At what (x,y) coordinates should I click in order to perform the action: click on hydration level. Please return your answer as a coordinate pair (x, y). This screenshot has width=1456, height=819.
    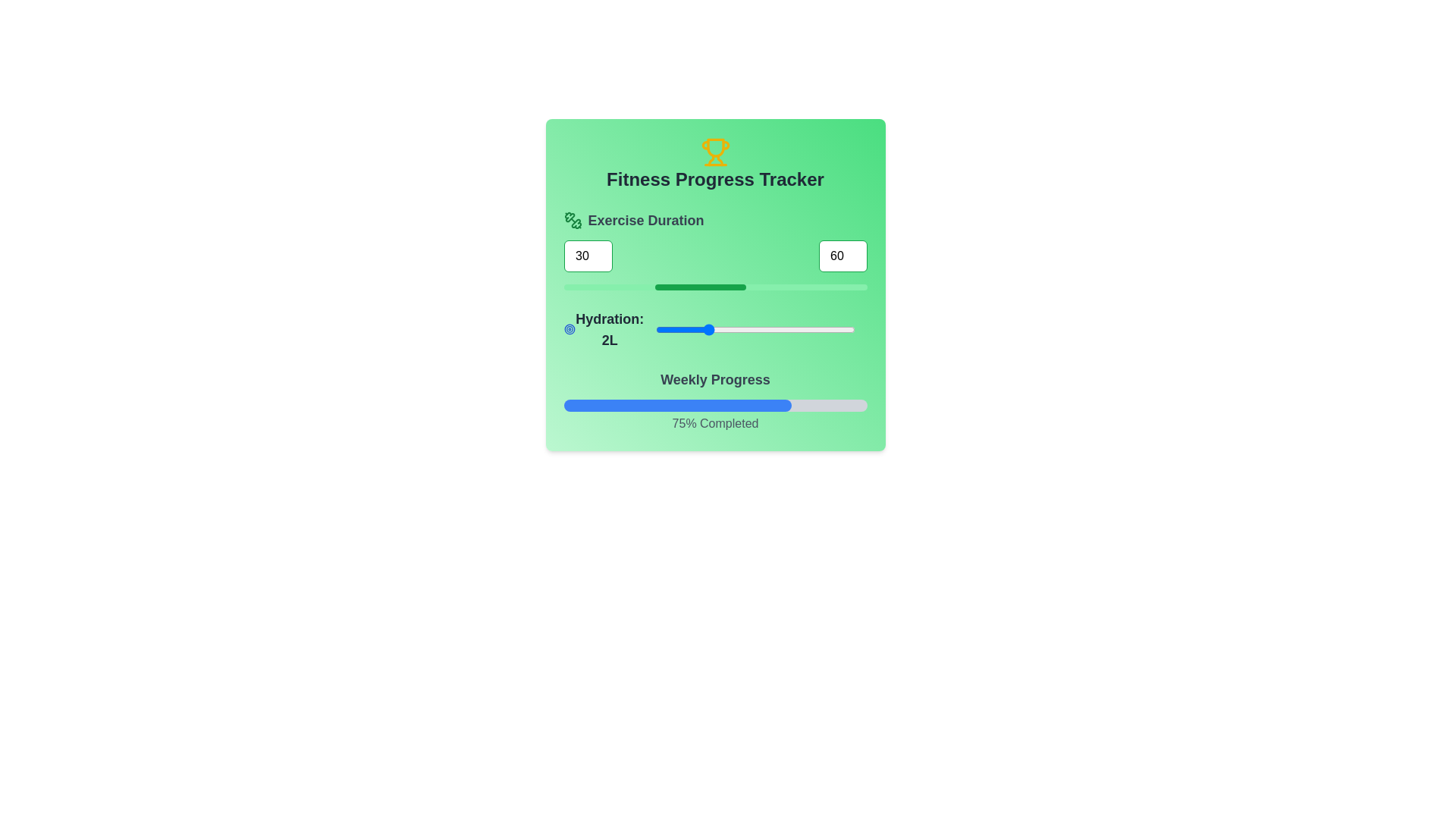
    Looking at the image, I should click on (804, 329).